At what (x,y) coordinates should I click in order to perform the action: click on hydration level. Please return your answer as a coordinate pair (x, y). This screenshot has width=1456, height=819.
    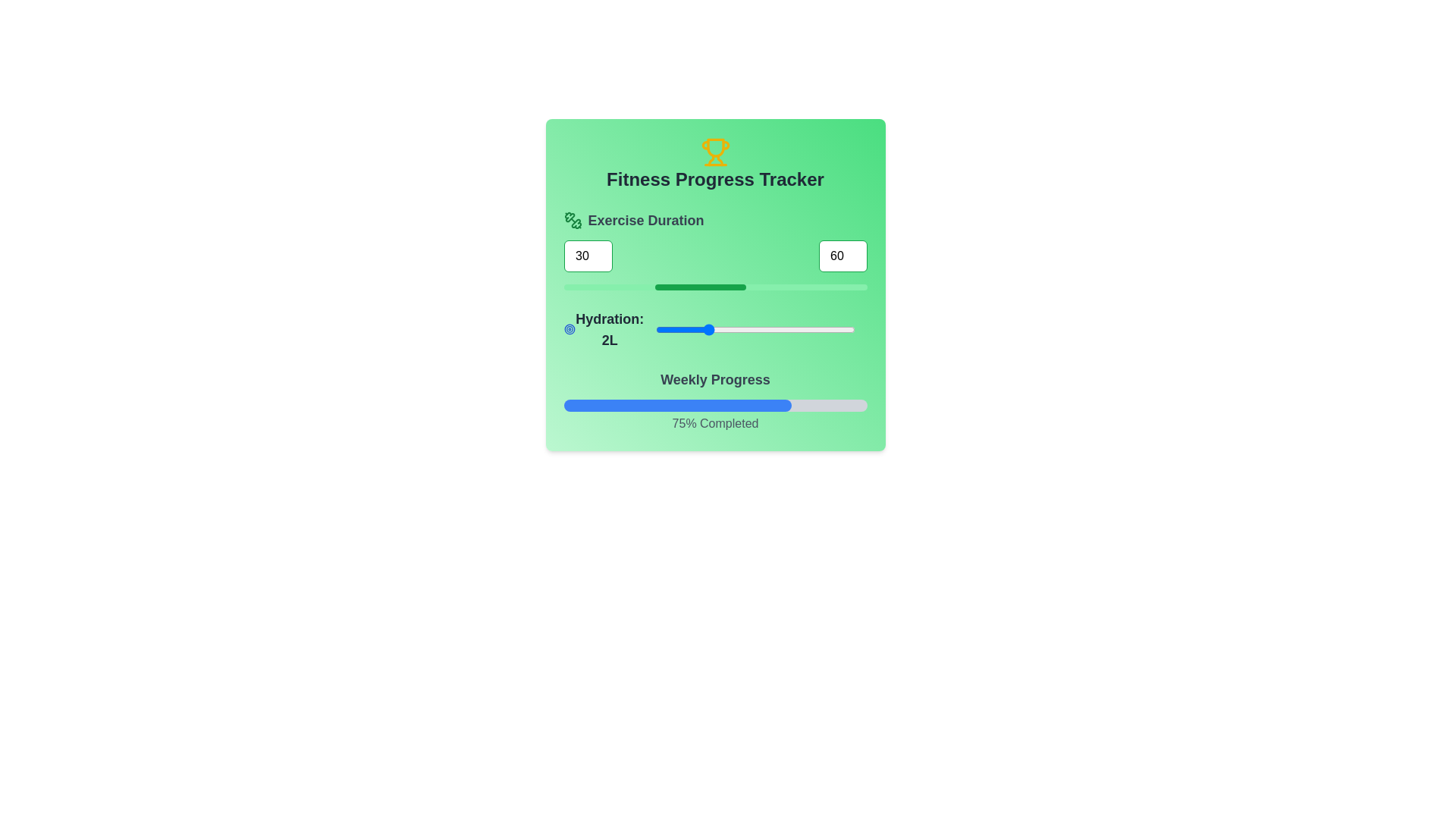
    Looking at the image, I should click on (804, 329).